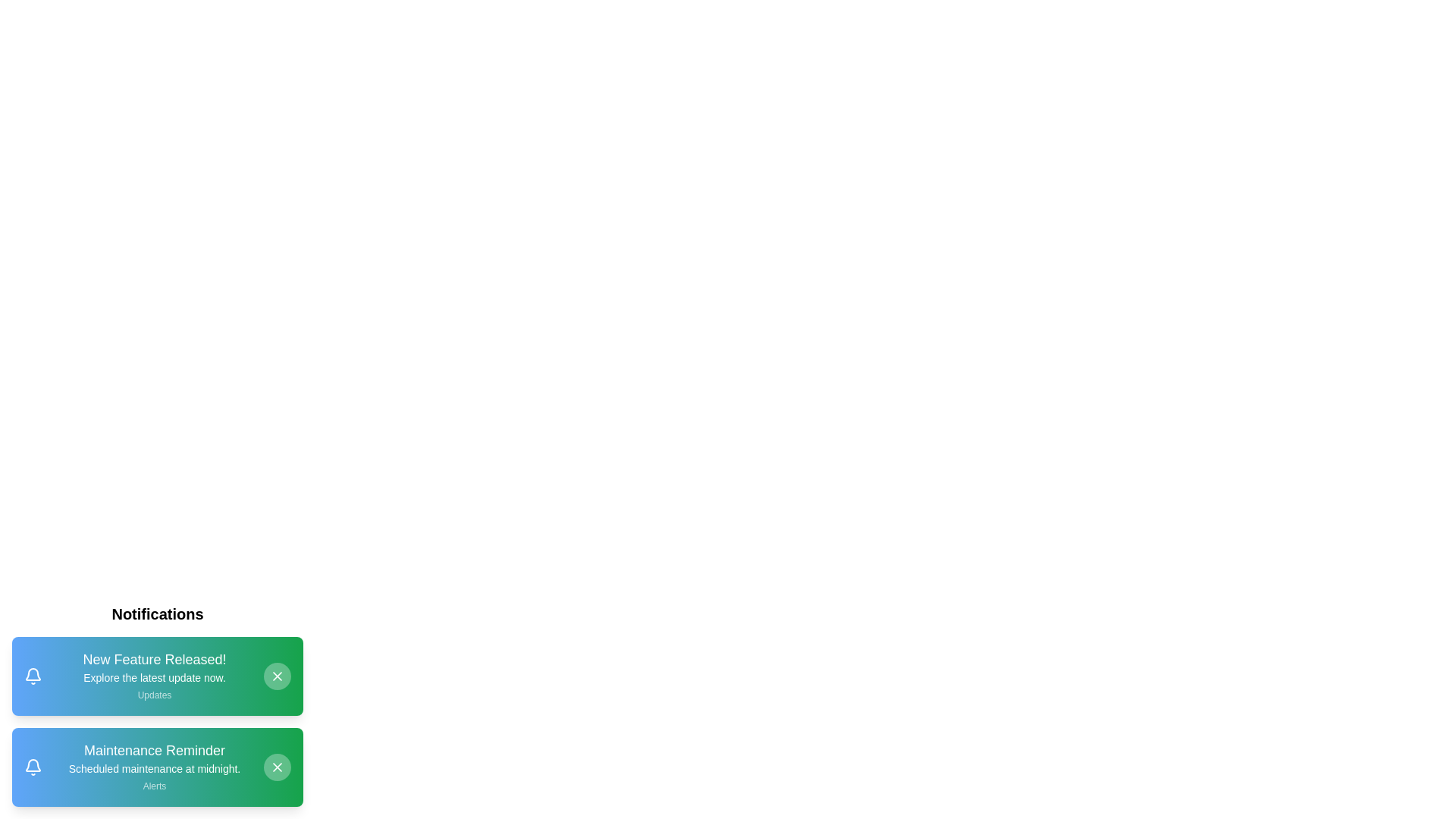  Describe the element at coordinates (157, 767) in the screenshot. I see `the notification item with title Maintenance Reminder` at that location.